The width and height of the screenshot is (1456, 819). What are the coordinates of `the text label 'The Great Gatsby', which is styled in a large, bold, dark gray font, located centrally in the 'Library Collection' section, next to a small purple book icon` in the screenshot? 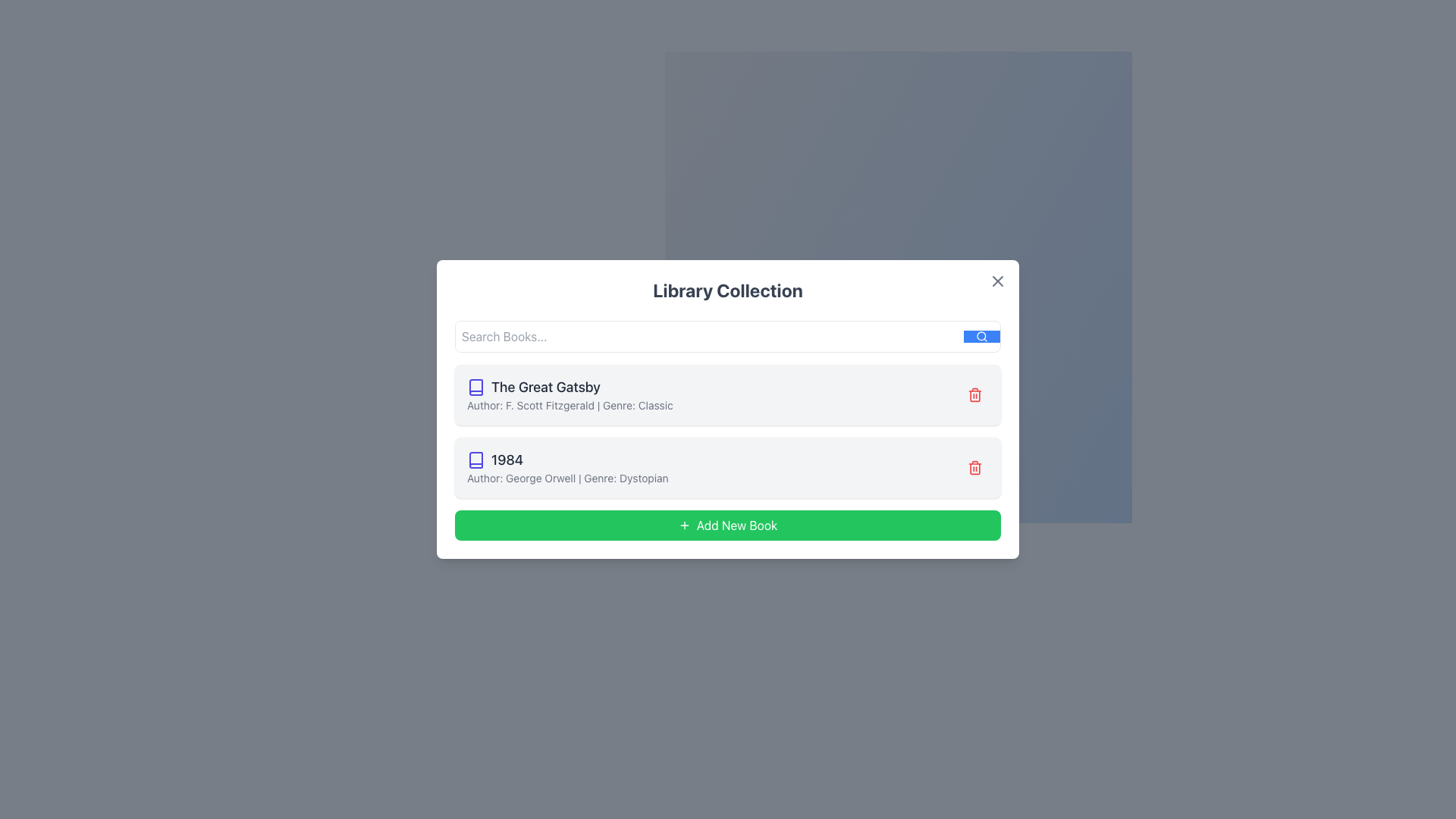 It's located at (569, 386).